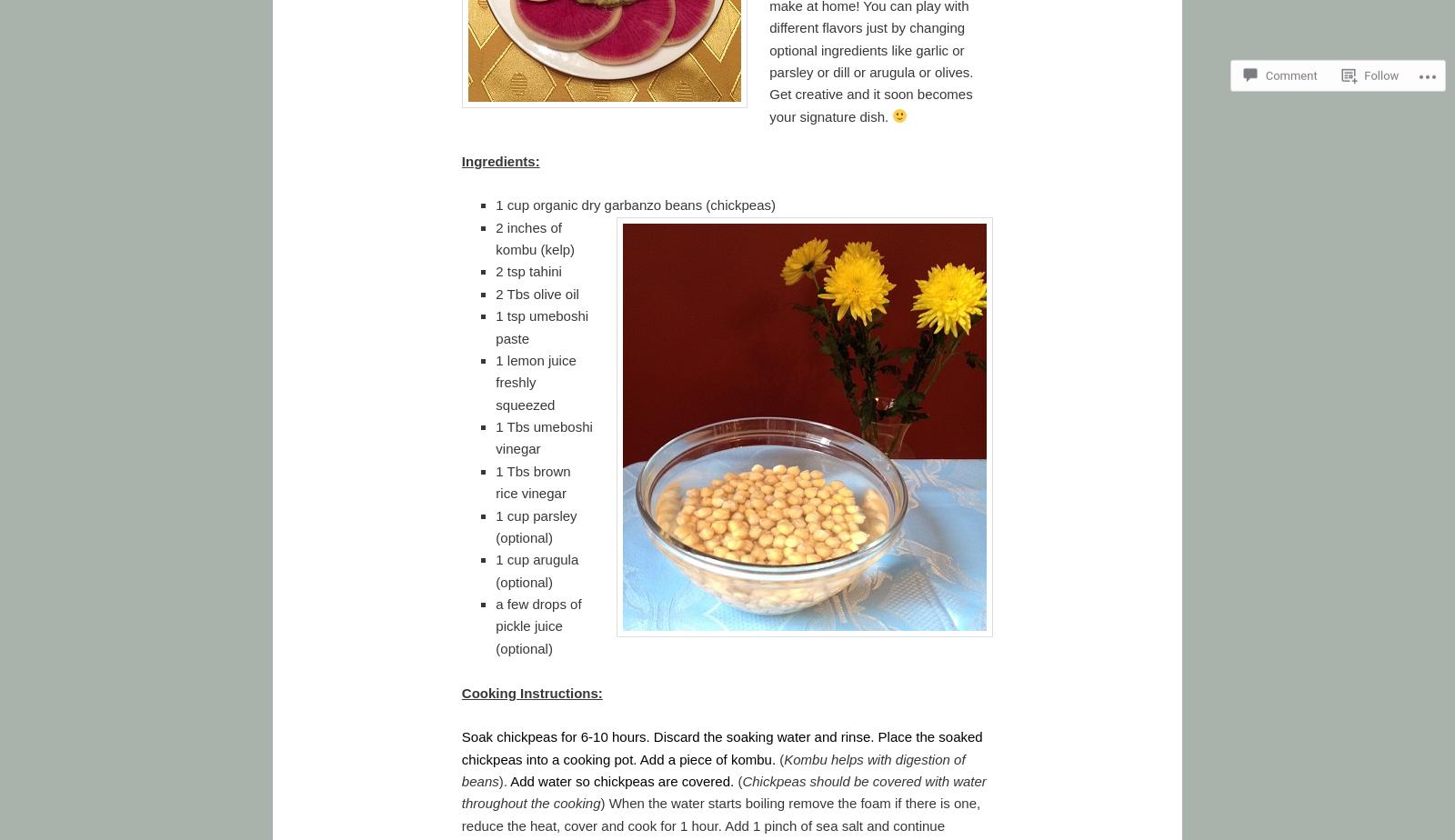  What do you see at coordinates (1381, 44) in the screenshot?
I see `'Follow'` at bounding box center [1381, 44].